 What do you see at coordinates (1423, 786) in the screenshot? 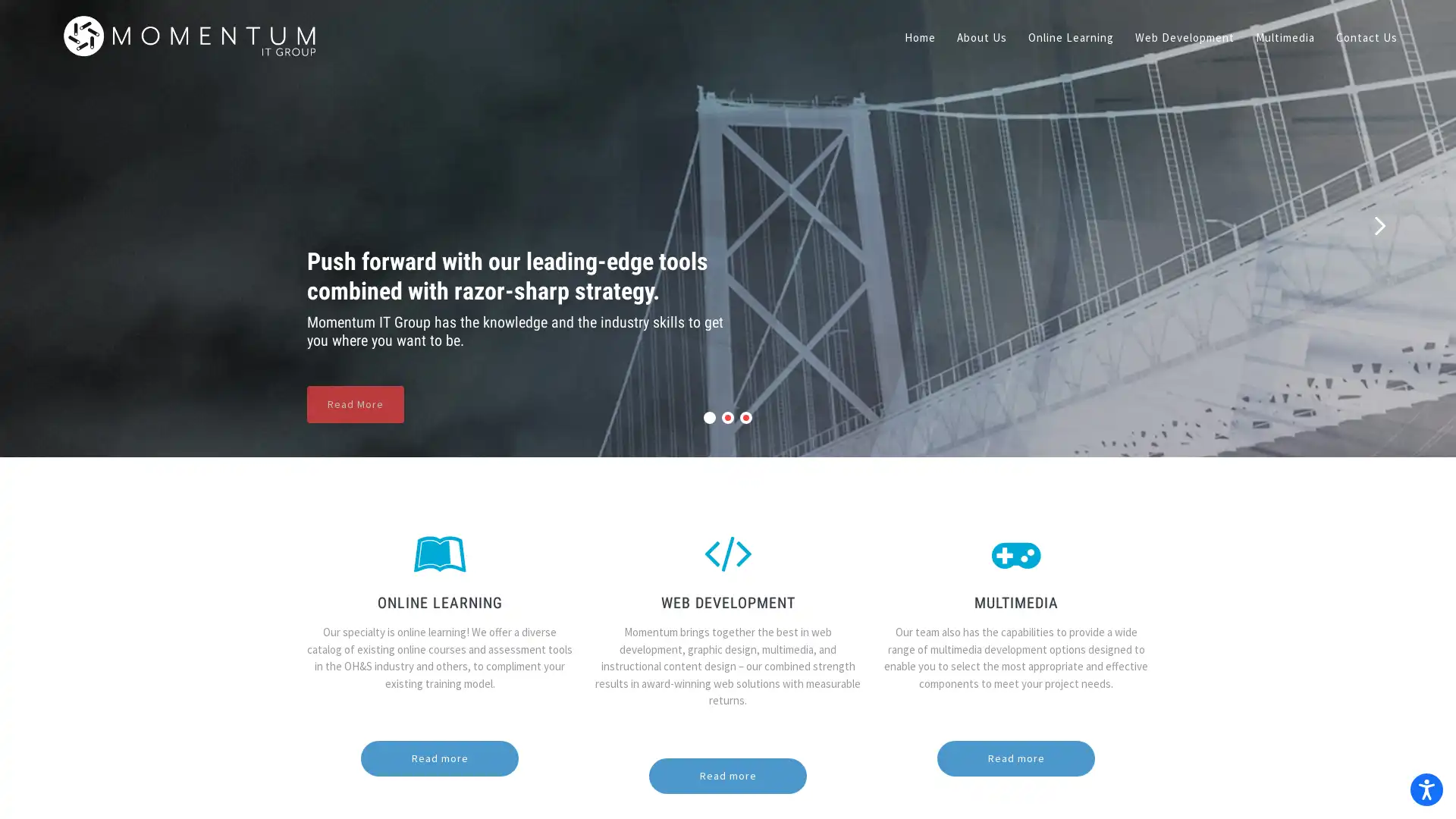
I see `Open accessibility options, statement and help` at bounding box center [1423, 786].